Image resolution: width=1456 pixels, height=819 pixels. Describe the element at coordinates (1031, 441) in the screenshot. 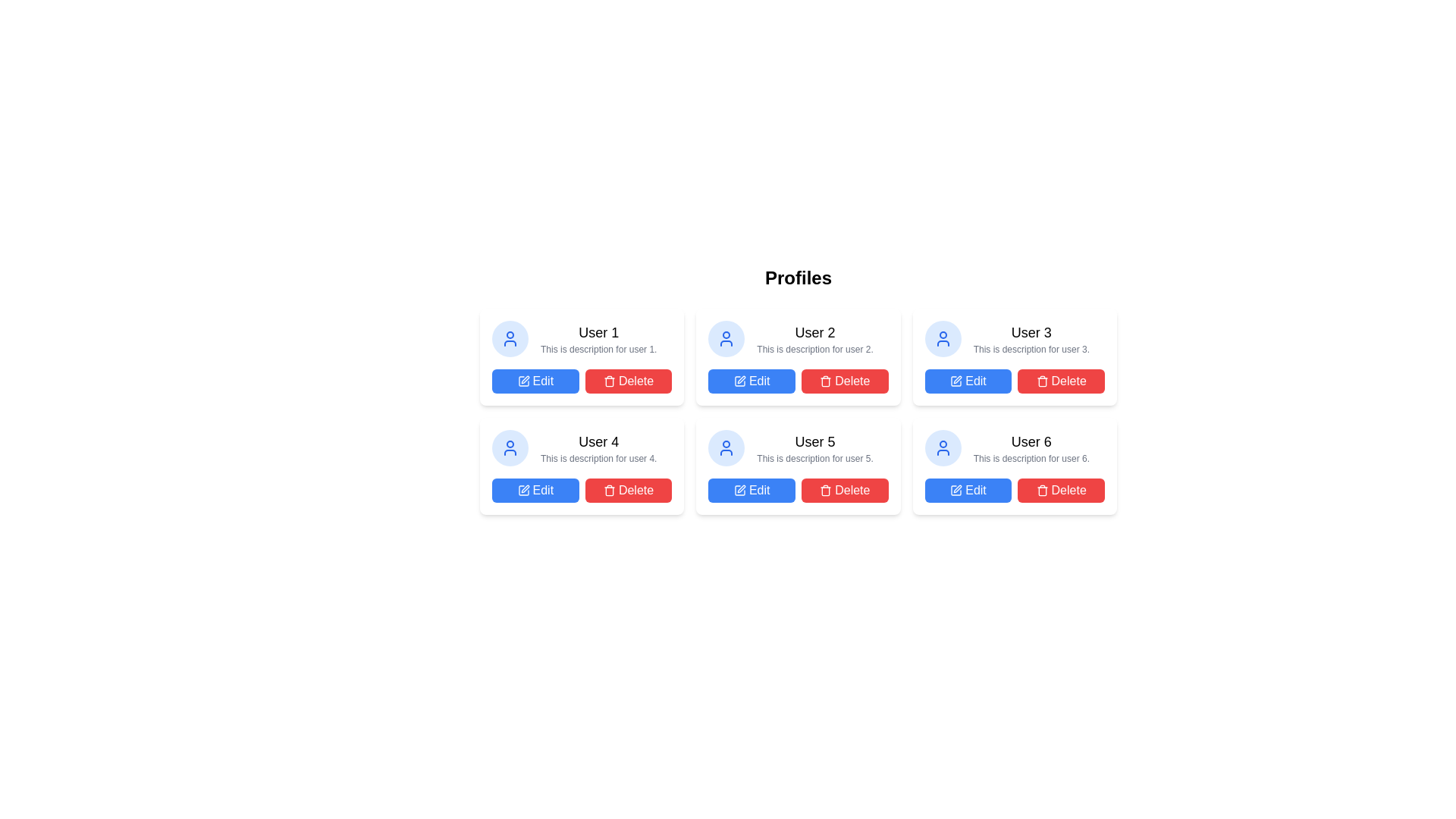

I see `text label displaying 'User 6' located in the bottom-right user profile card under the 'Profiles' header` at that location.